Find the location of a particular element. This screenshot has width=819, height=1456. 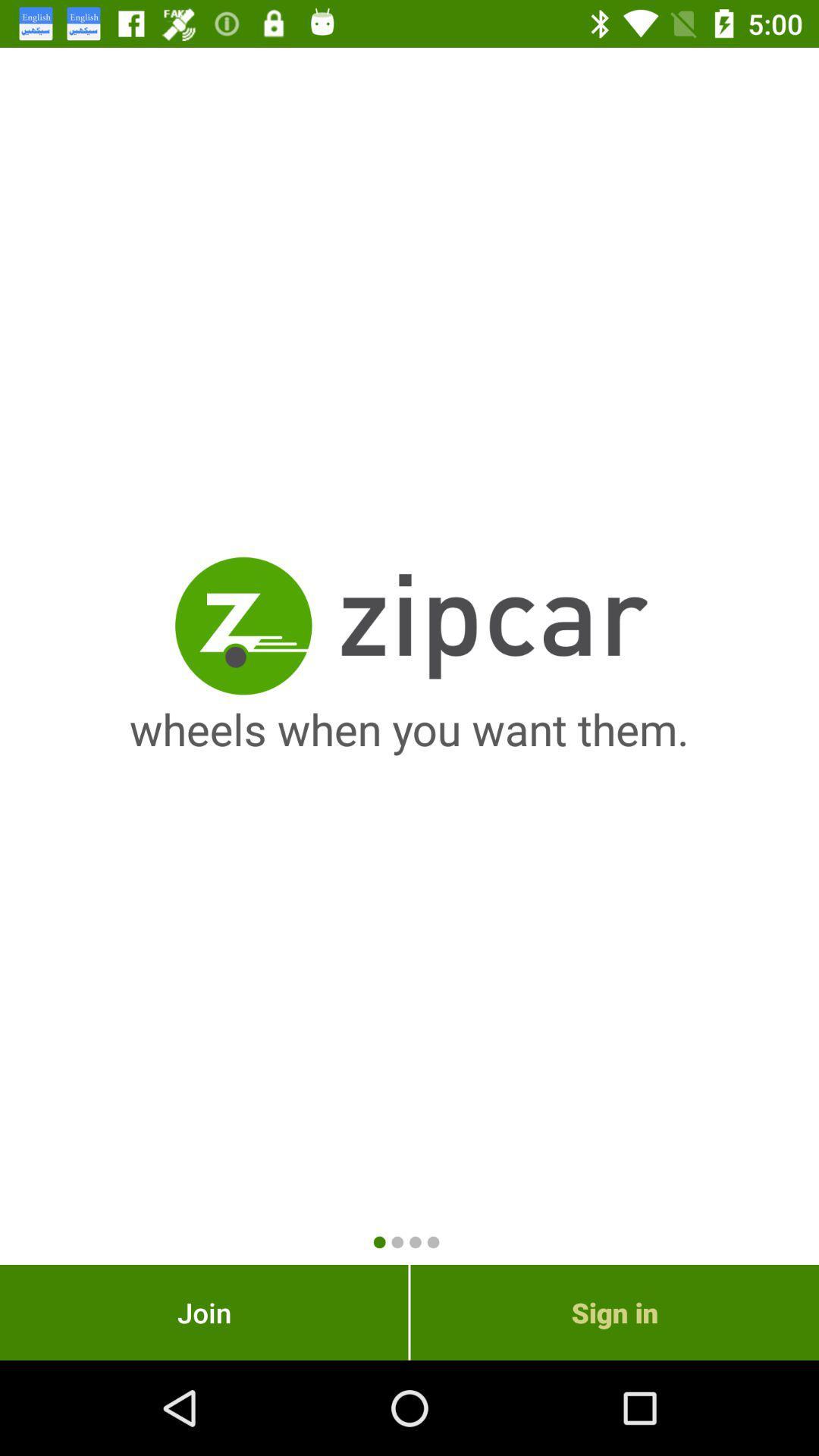

the join item is located at coordinates (203, 1312).